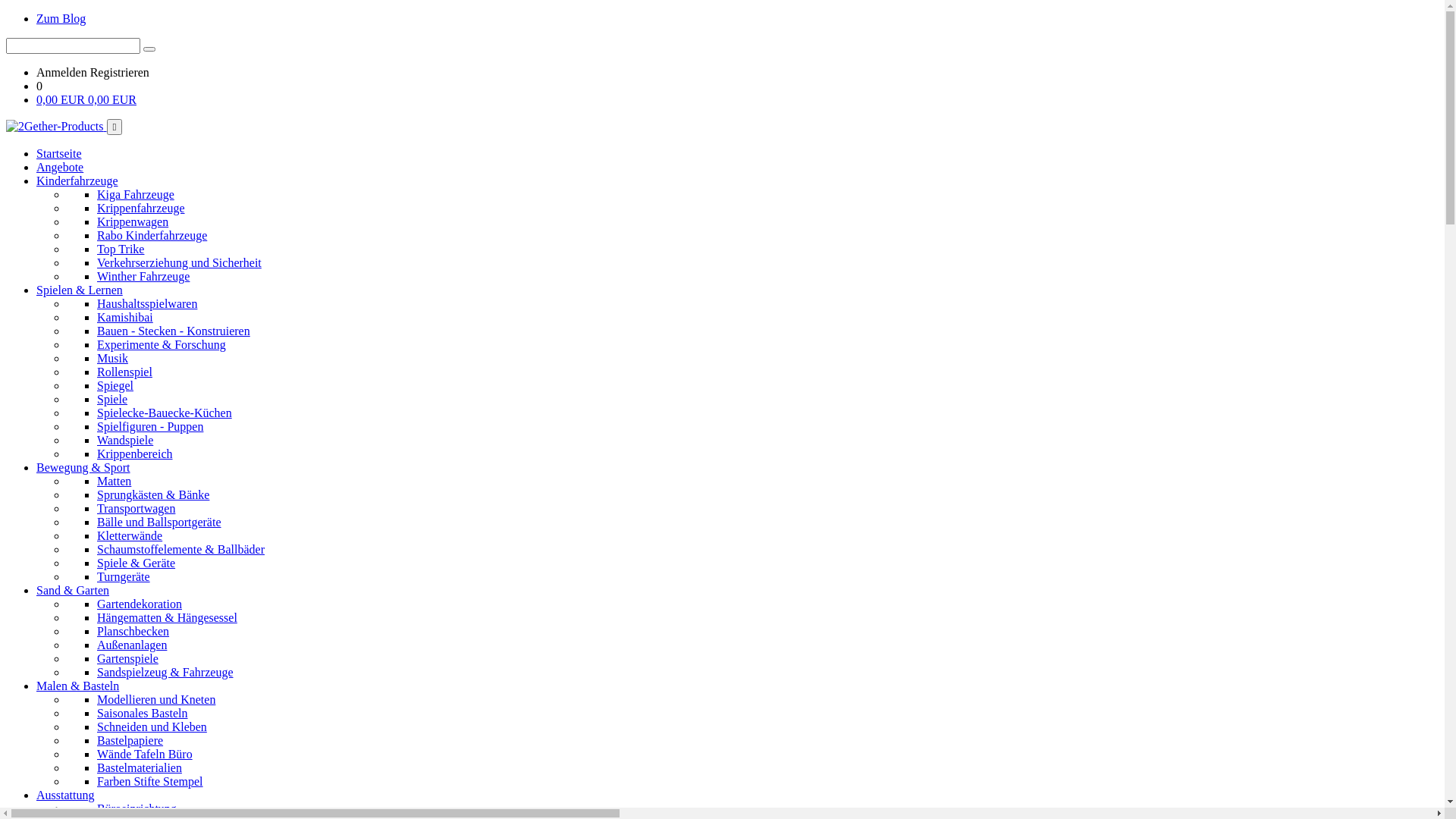 The height and width of the screenshot is (819, 1456). I want to click on 'Transportwagen', so click(96, 508).